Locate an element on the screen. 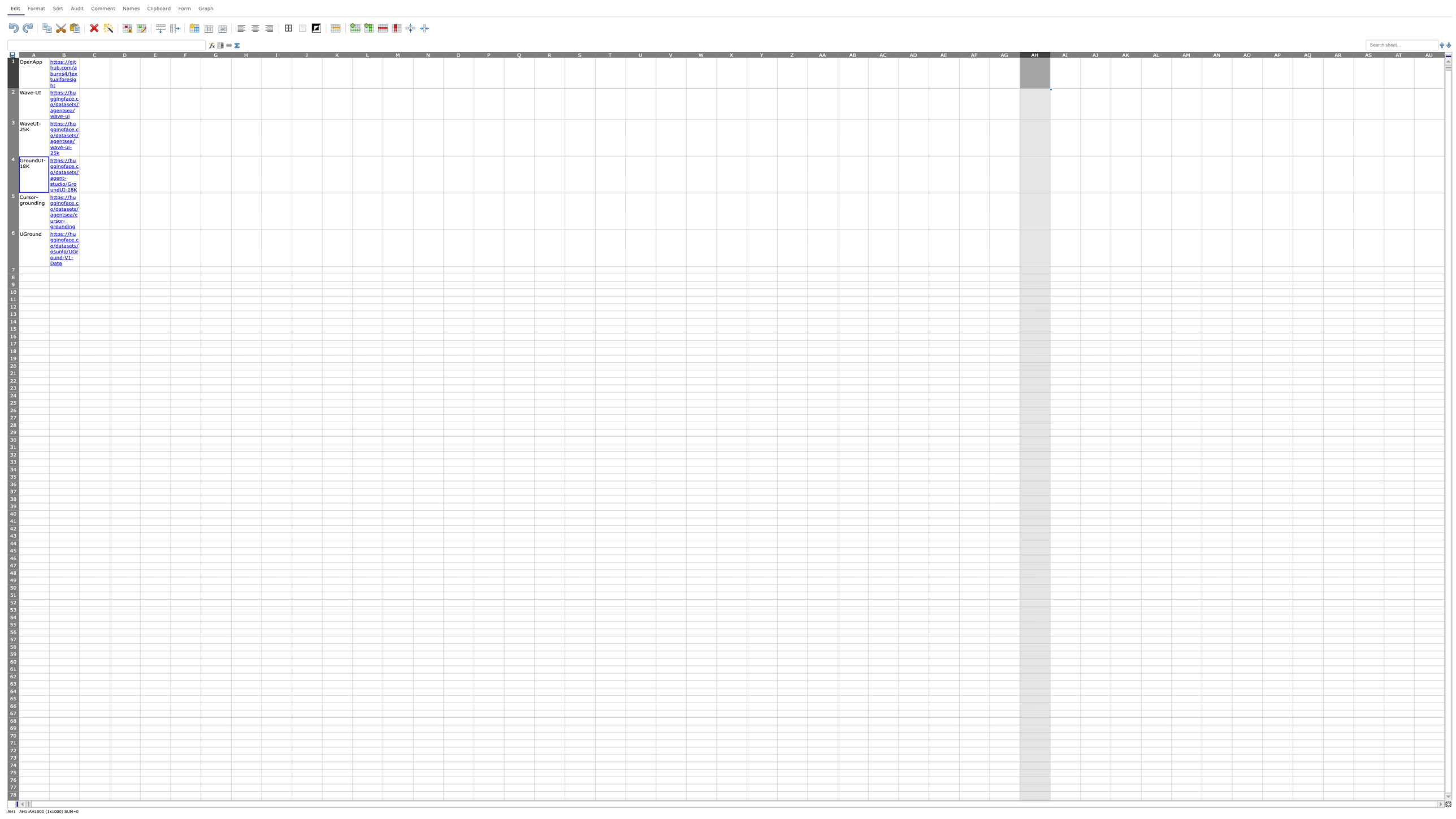 The image size is (1456, 819). Activate column AI is located at coordinates (1065, 54).